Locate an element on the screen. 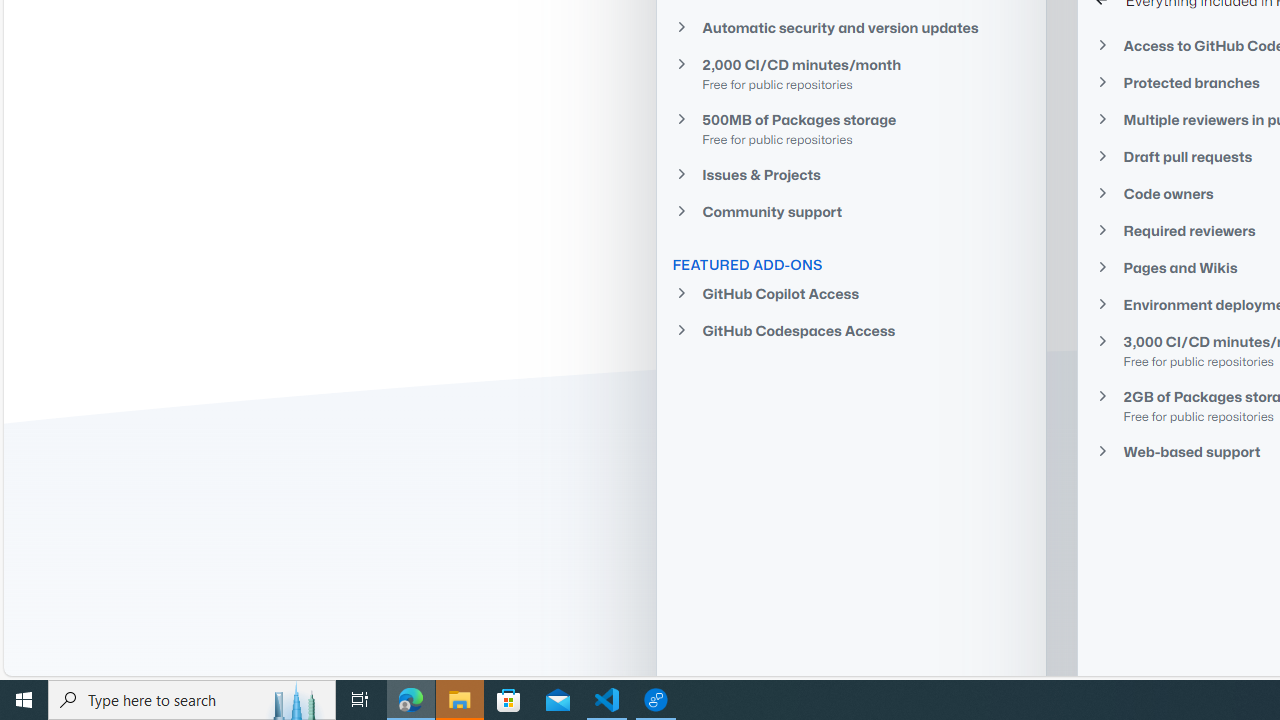  '2,000 CI/CD minutes/month Free for public repositories' is located at coordinates (851, 73).